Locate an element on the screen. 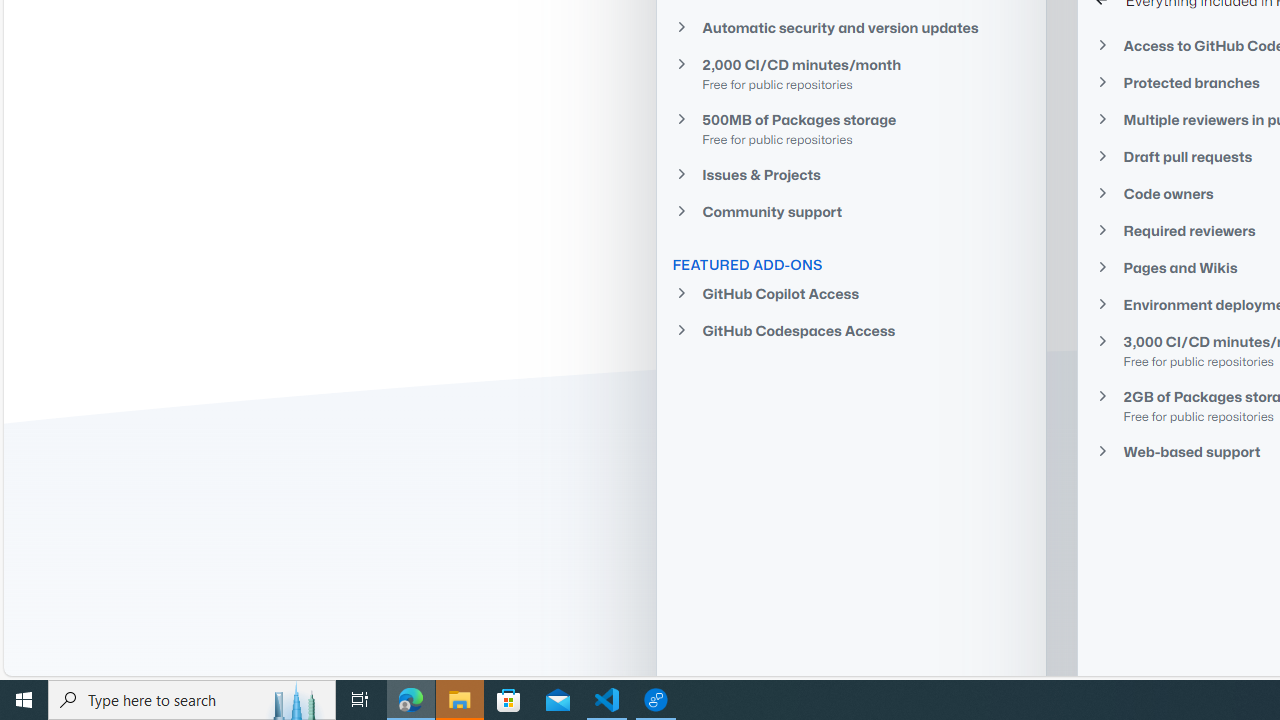  '2,000 CI/CD minutes/month Free for public repositories' is located at coordinates (851, 73).